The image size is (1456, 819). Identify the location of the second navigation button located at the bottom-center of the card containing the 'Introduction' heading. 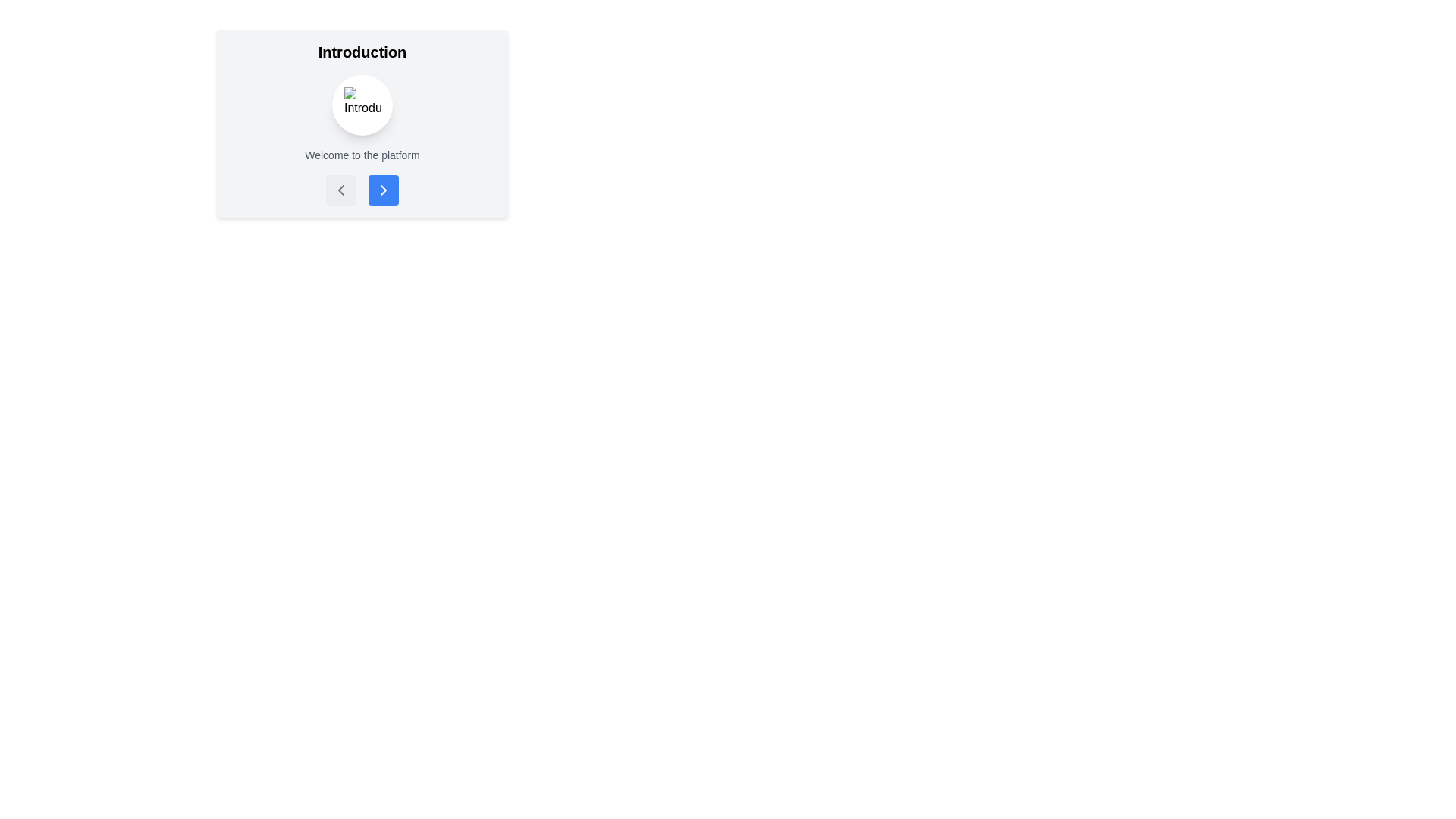
(383, 189).